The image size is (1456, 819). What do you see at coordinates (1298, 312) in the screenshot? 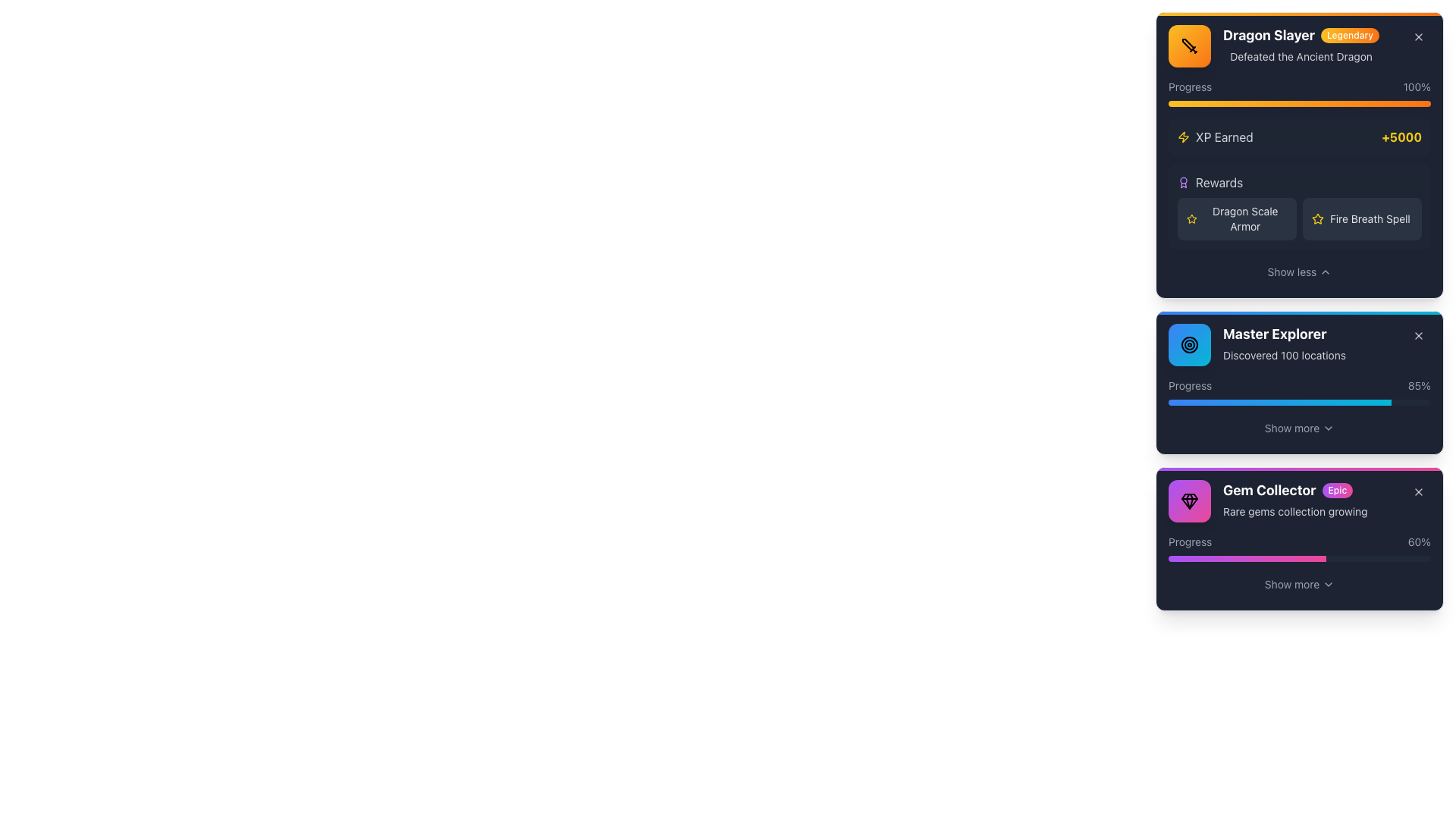
I see `the Decorative progress or header bar located at the top of the 'Master Explorer' card, which serves as a header highlight for the card's content` at bounding box center [1298, 312].